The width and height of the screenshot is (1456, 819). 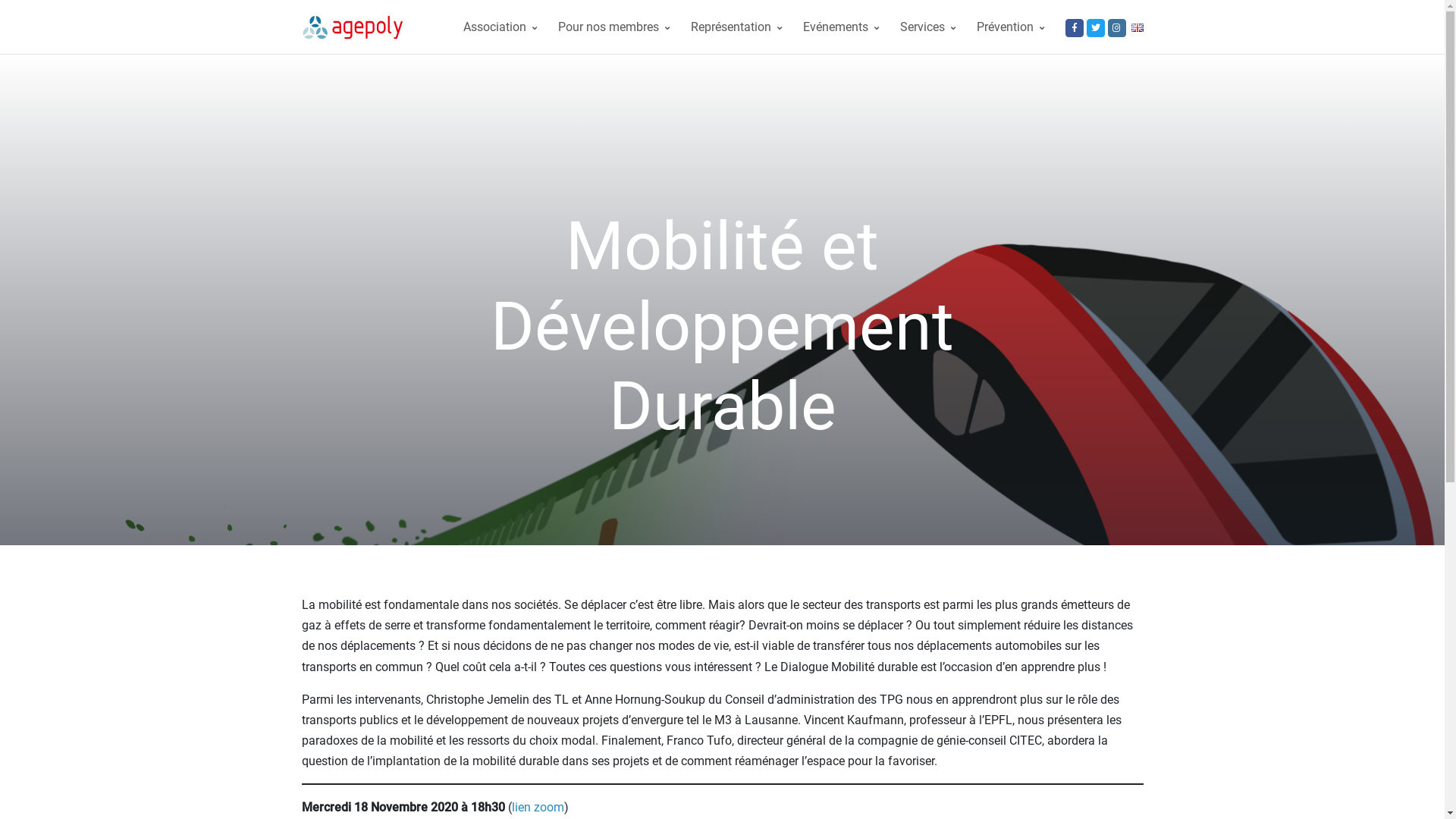 What do you see at coordinates (450, 27) in the screenshot?
I see `'Association'` at bounding box center [450, 27].